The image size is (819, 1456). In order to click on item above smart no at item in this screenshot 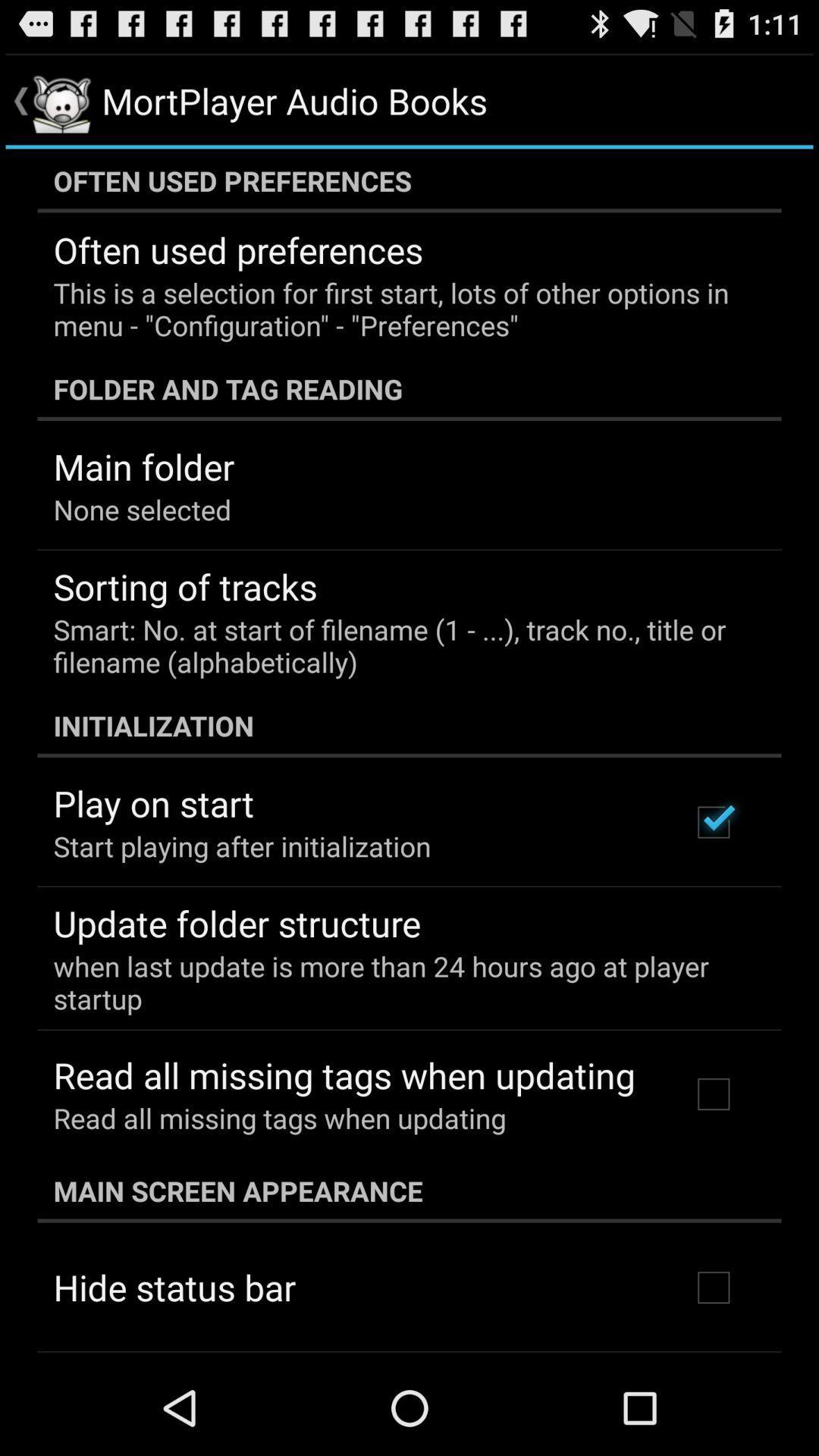, I will do `click(184, 585)`.